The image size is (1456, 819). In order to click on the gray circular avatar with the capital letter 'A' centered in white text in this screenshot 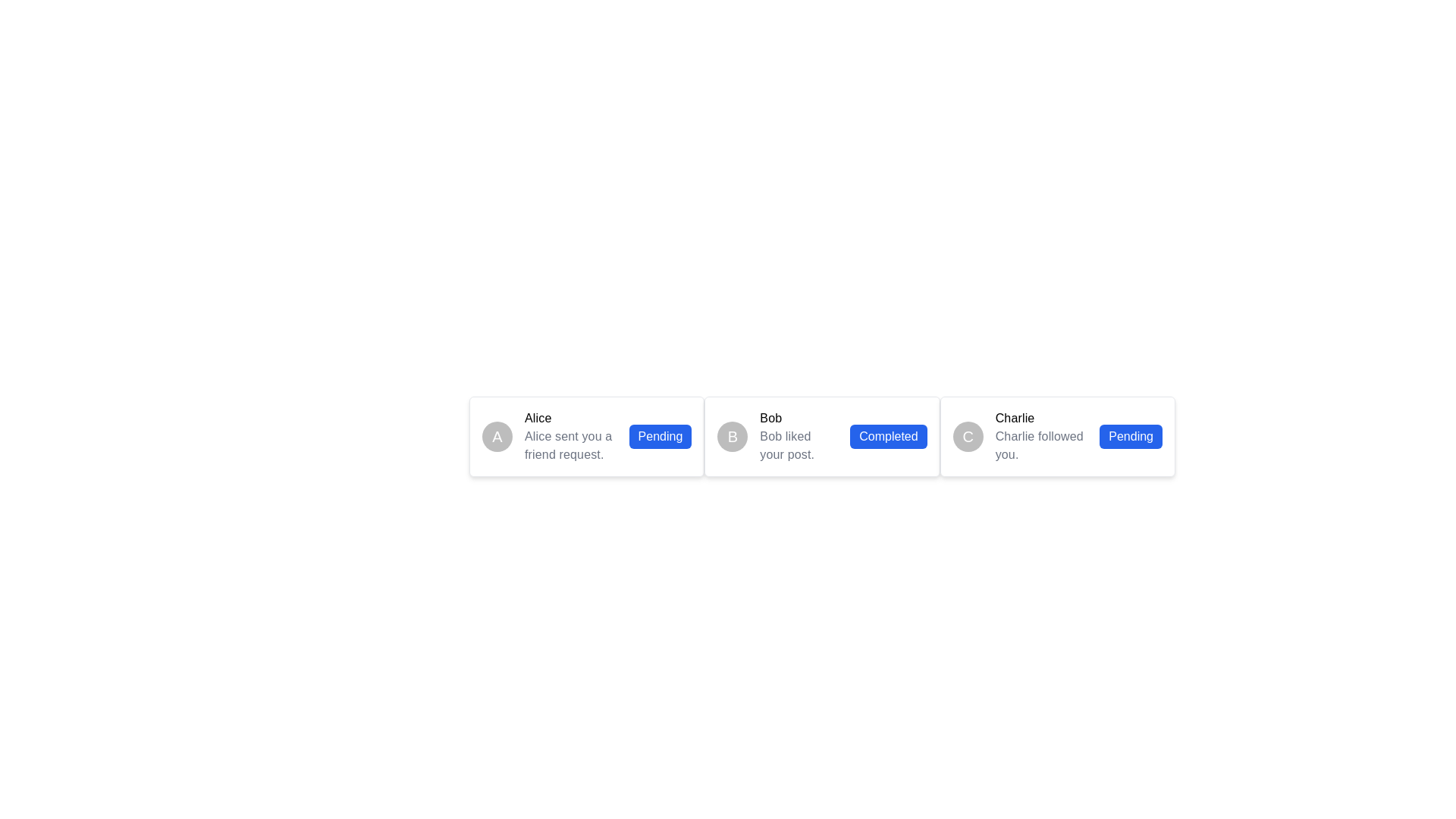, I will do `click(497, 436)`.